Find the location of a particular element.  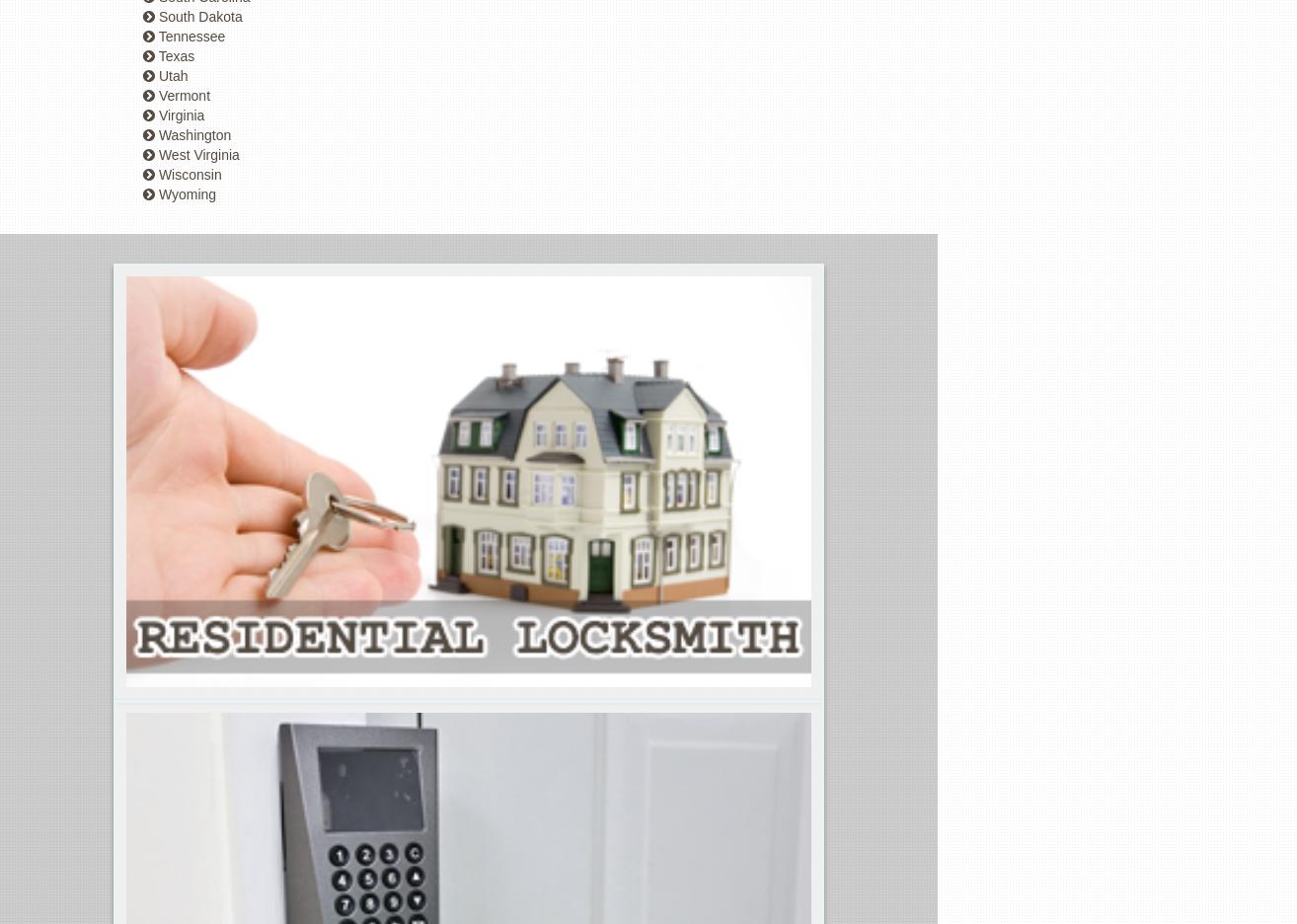

'Texas' is located at coordinates (174, 56).